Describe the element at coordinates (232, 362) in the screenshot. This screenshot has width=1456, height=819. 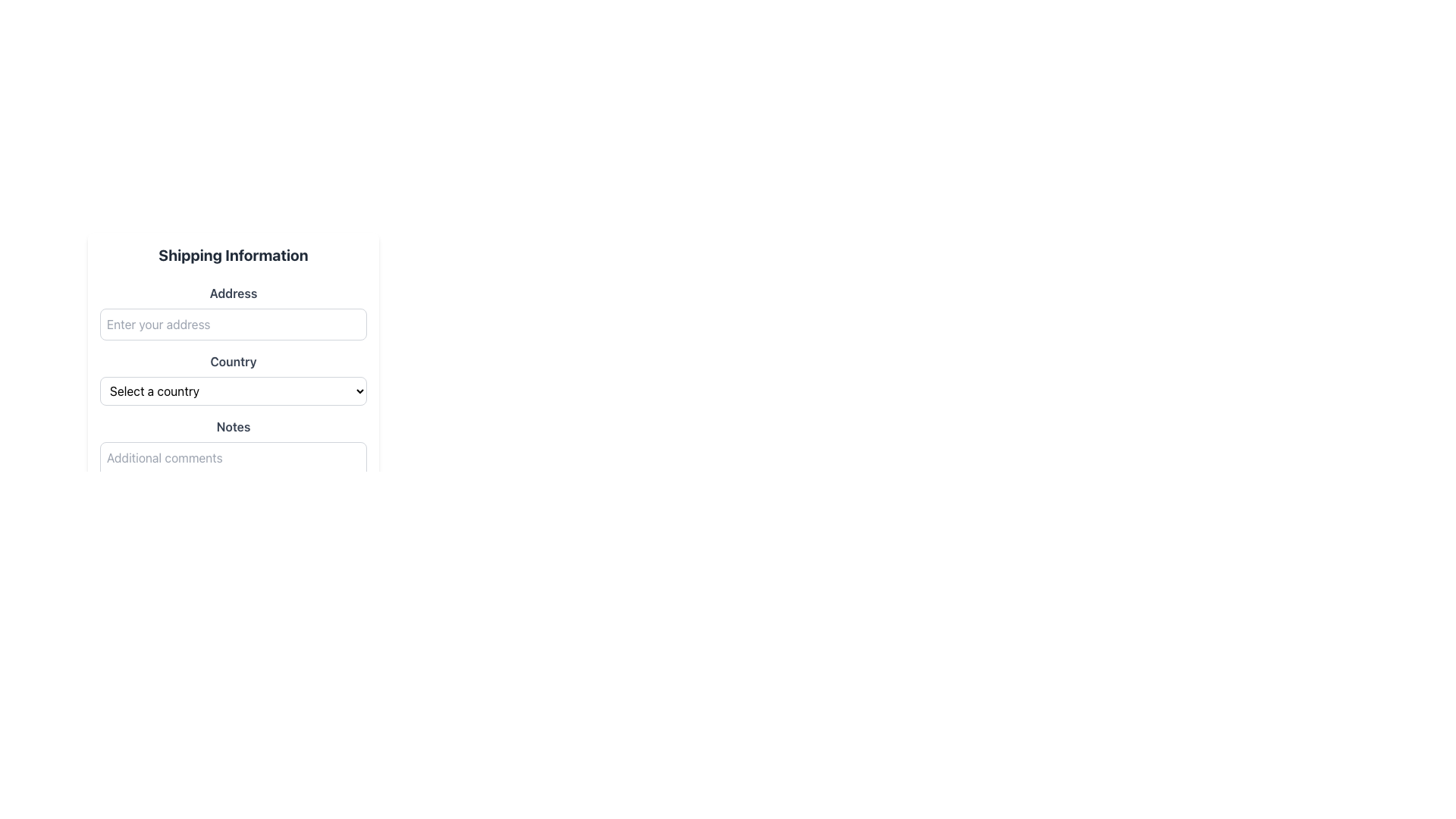
I see `the 'Country' label, which is a bold, dark gray text element located above the country selection dropdown in the shipping information form` at that location.